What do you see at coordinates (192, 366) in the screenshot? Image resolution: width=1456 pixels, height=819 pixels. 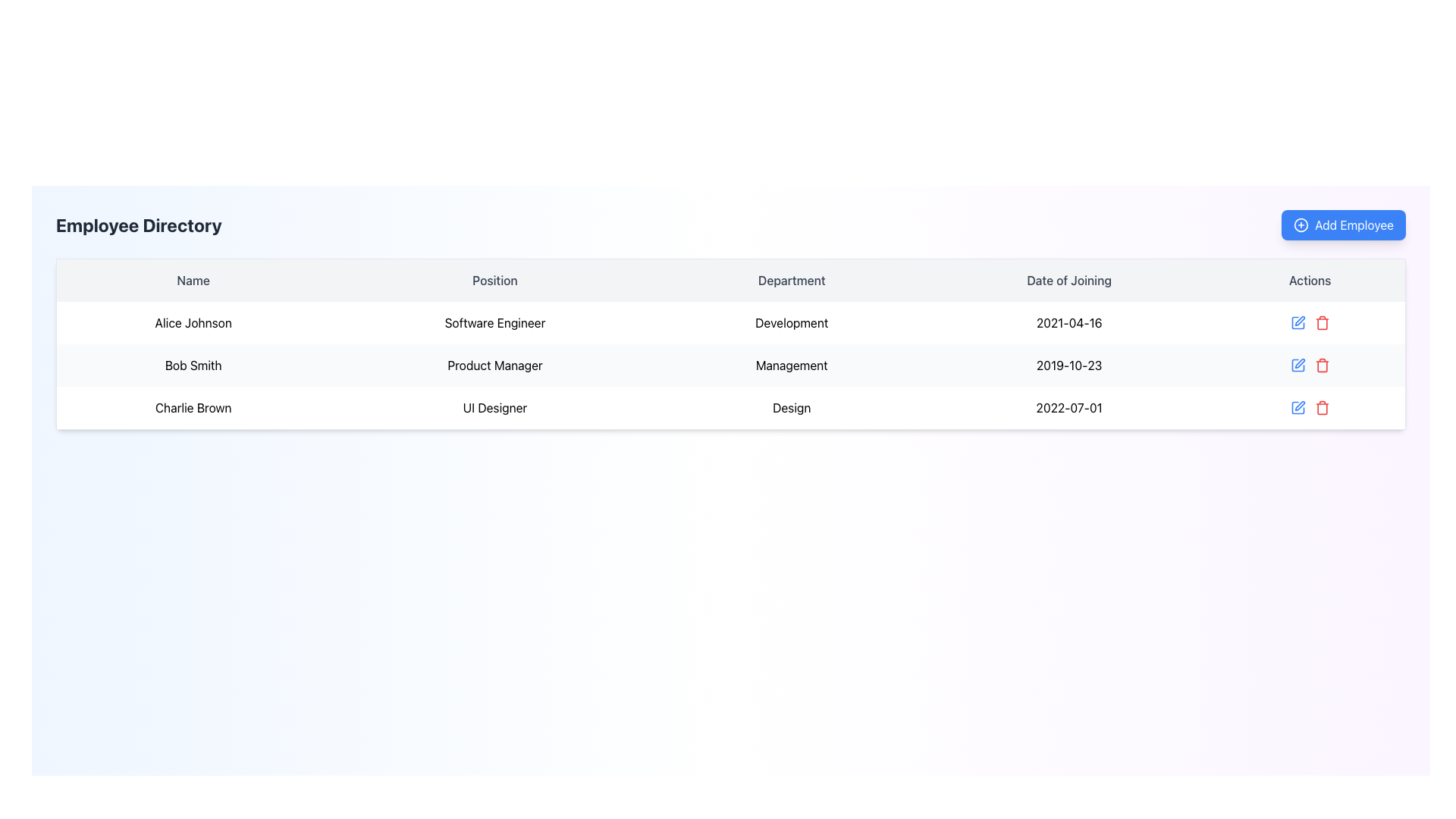 I see `text label displaying the name 'Bob Smith' in the employee directory, which is located in the first cell of the second row of the table under the 'Name' column` at bounding box center [192, 366].